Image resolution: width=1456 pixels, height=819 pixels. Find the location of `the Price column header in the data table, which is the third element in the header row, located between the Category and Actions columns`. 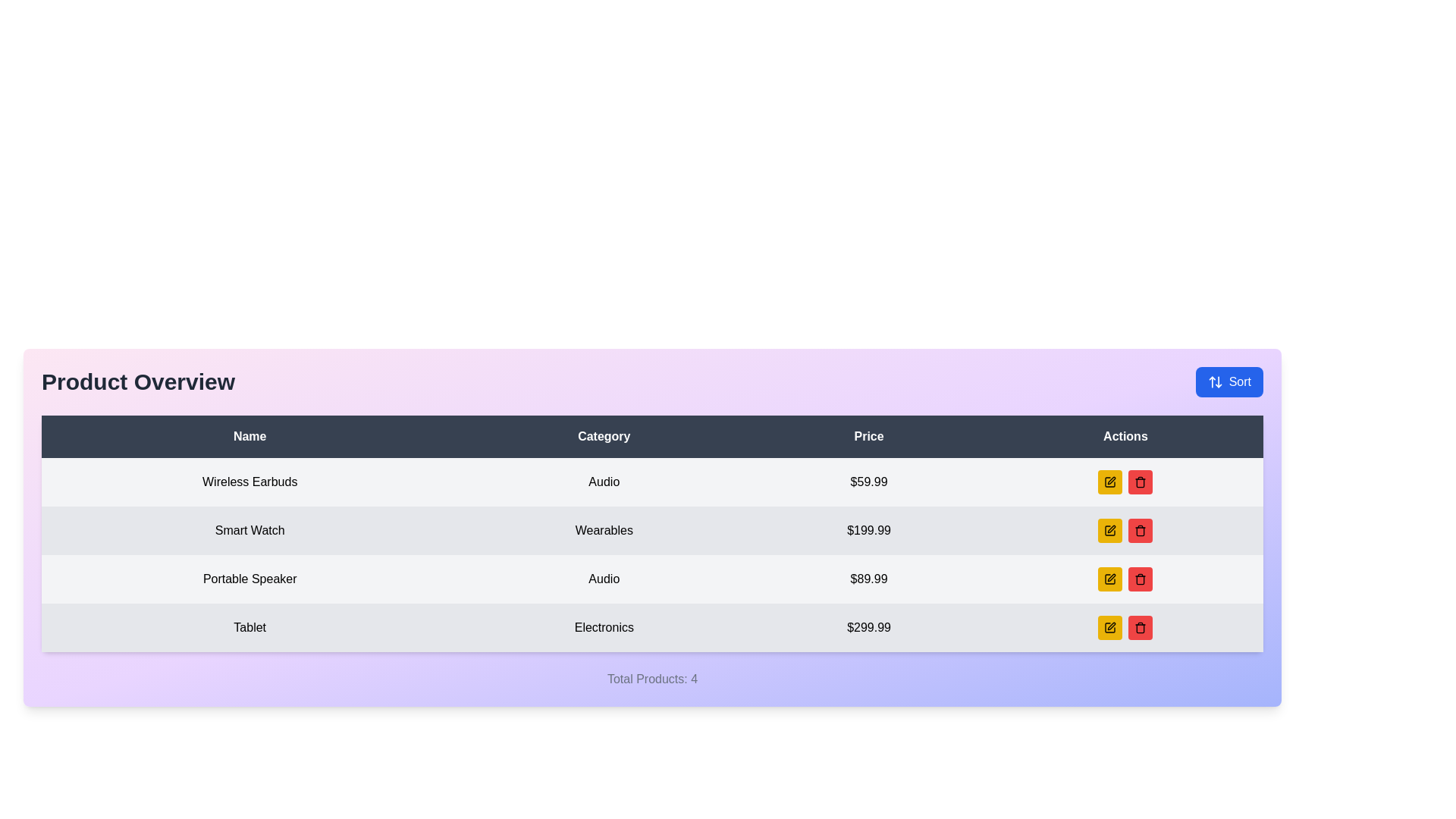

the Price column header in the data table, which is the third element in the header row, located between the Category and Actions columns is located at coordinates (869, 436).